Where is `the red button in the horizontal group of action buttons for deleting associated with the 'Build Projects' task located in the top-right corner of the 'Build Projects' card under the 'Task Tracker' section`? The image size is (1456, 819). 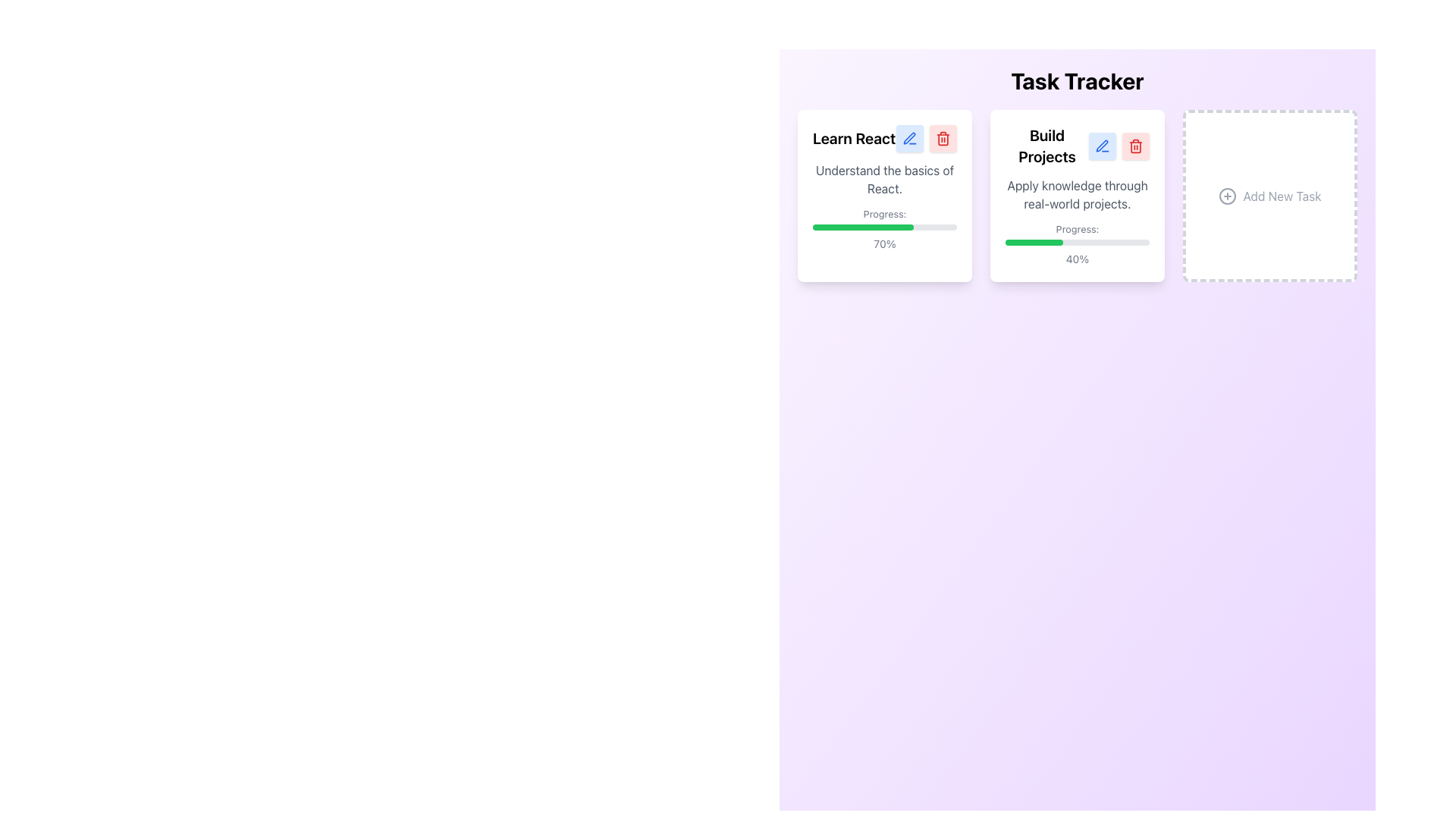 the red button in the horizontal group of action buttons for deleting associated with the 'Build Projects' task located in the top-right corner of the 'Build Projects' card under the 'Task Tracker' section is located at coordinates (1119, 146).